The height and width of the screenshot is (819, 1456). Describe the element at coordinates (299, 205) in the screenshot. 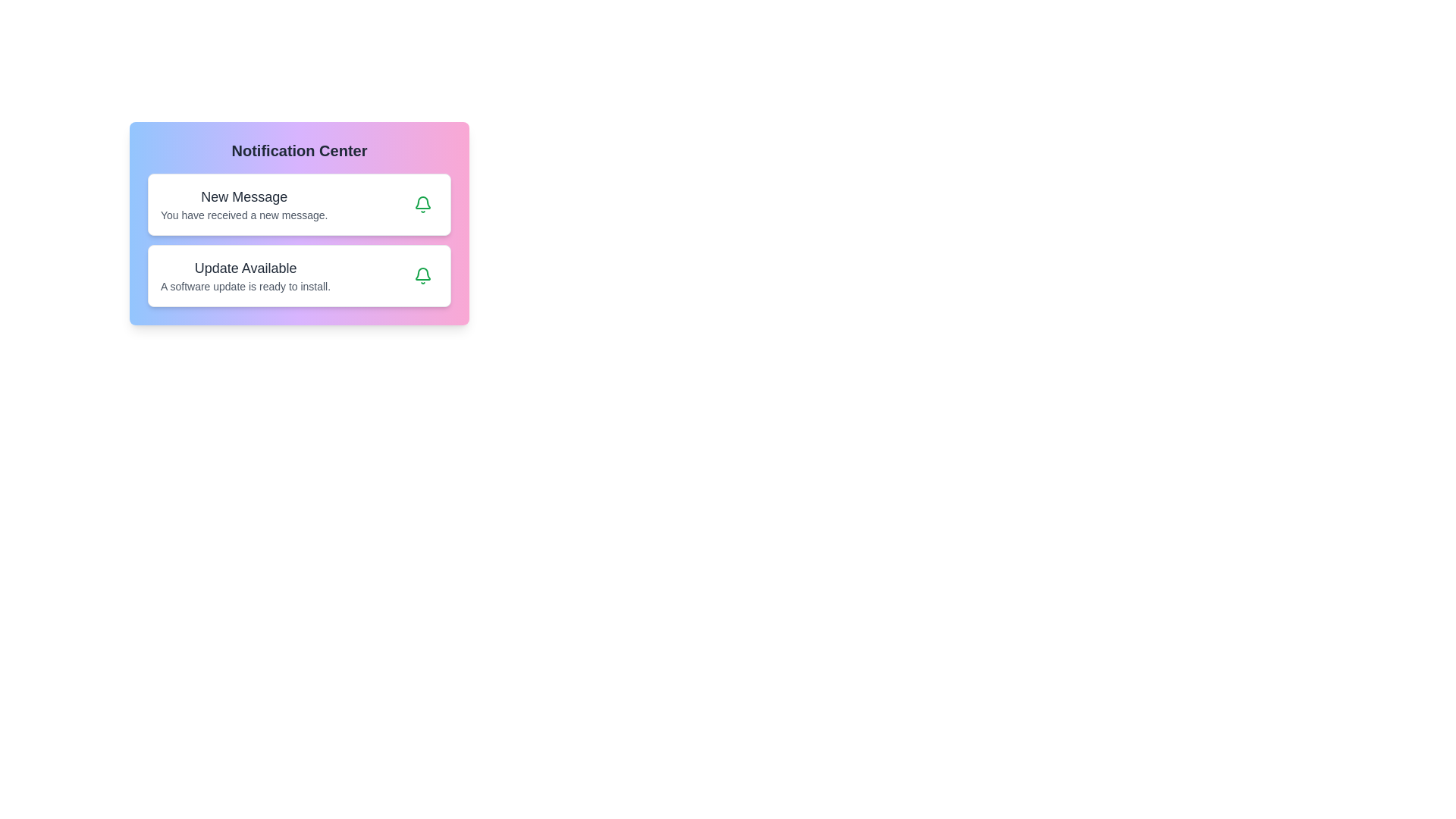

I see `the first notification card titled 'New Message' in the Notification Center` at that location.